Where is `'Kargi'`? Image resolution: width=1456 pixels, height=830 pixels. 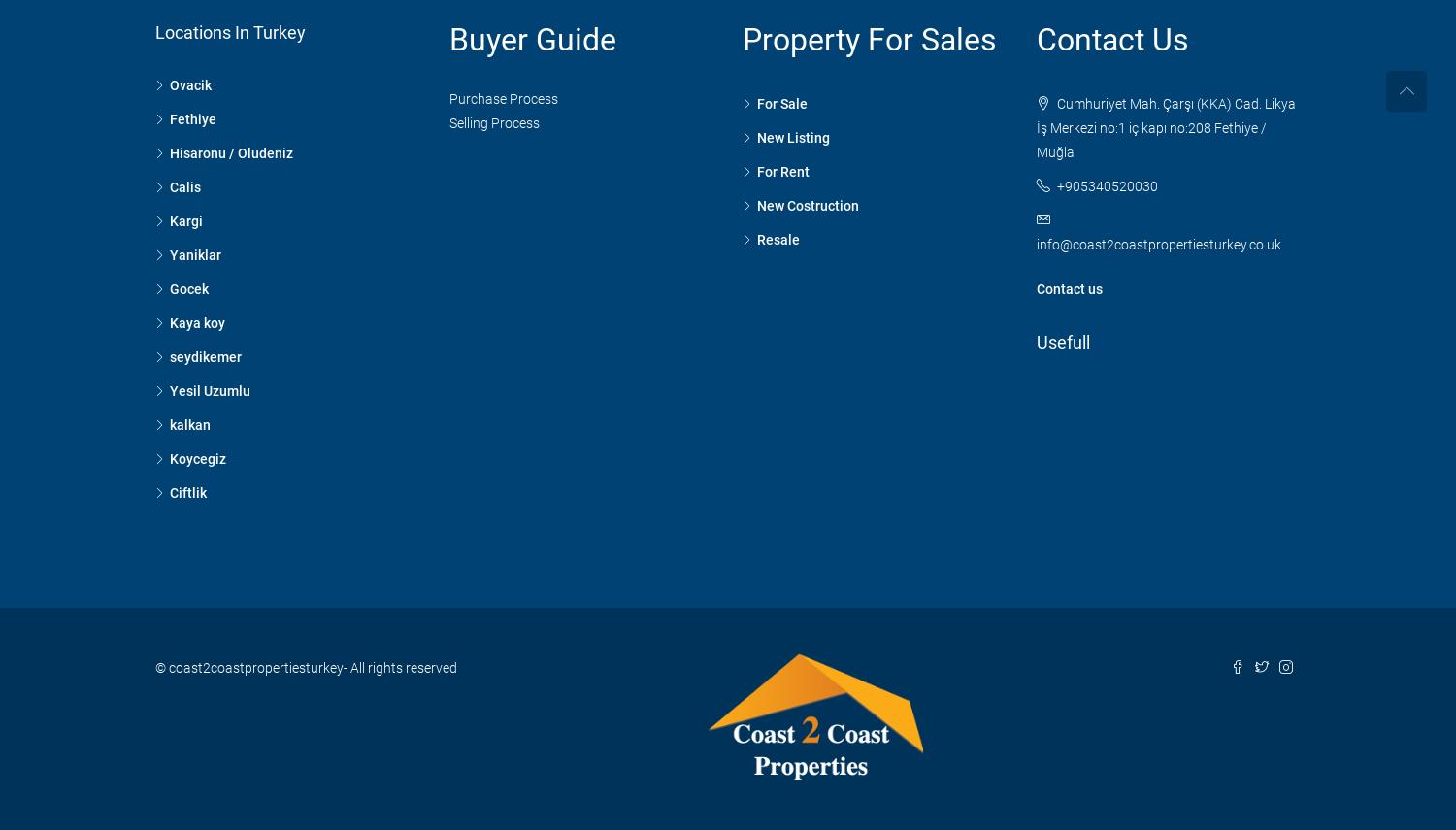 'Kargi' is located at coordinates (185, 221).